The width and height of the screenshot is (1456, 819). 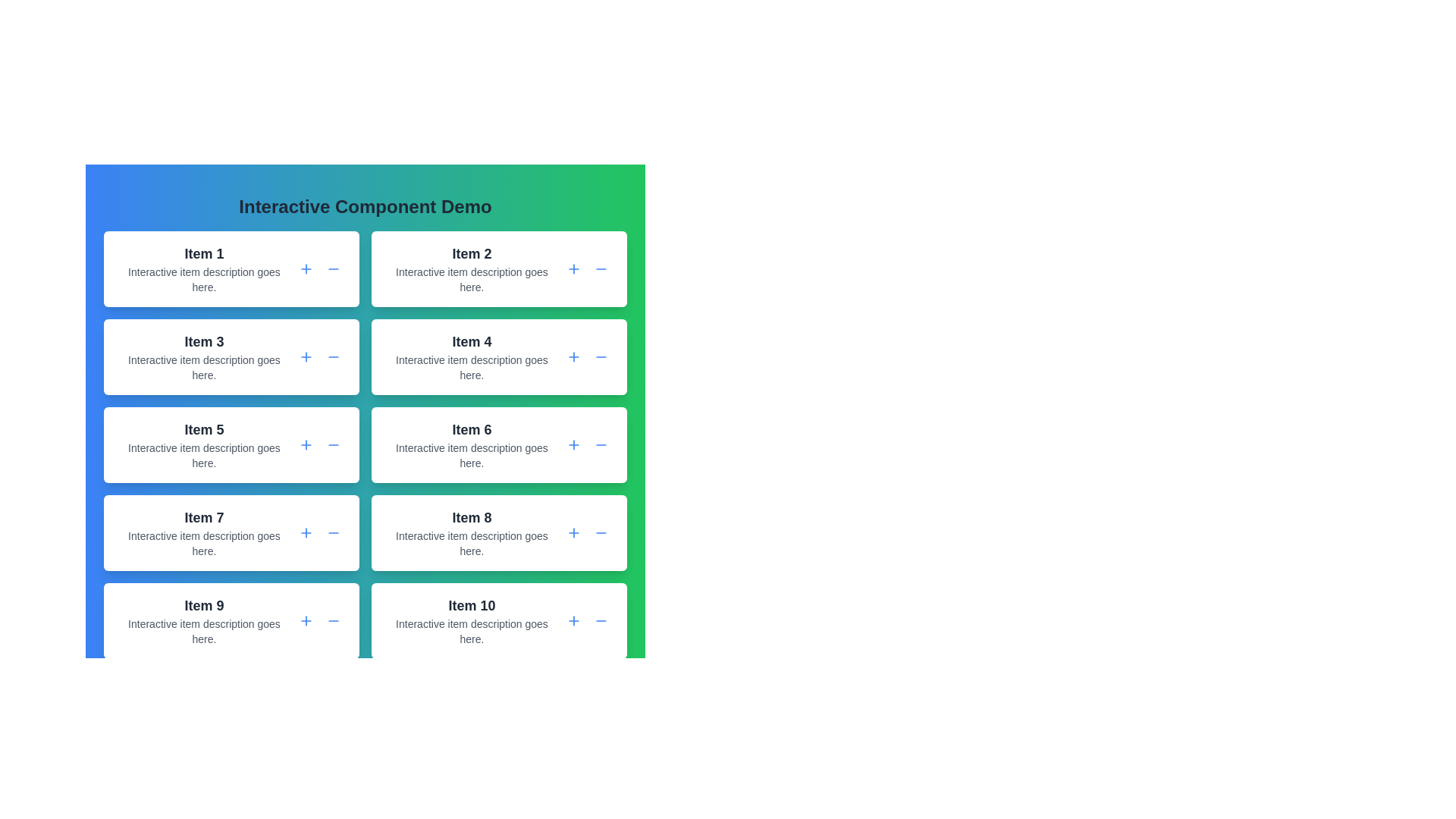 What do you see at coordinates (333, 444) in the screenshot?
I see `the subtraction icon located within the button to the right of the description for 'Item 5'` at bounding box center [333, 444].